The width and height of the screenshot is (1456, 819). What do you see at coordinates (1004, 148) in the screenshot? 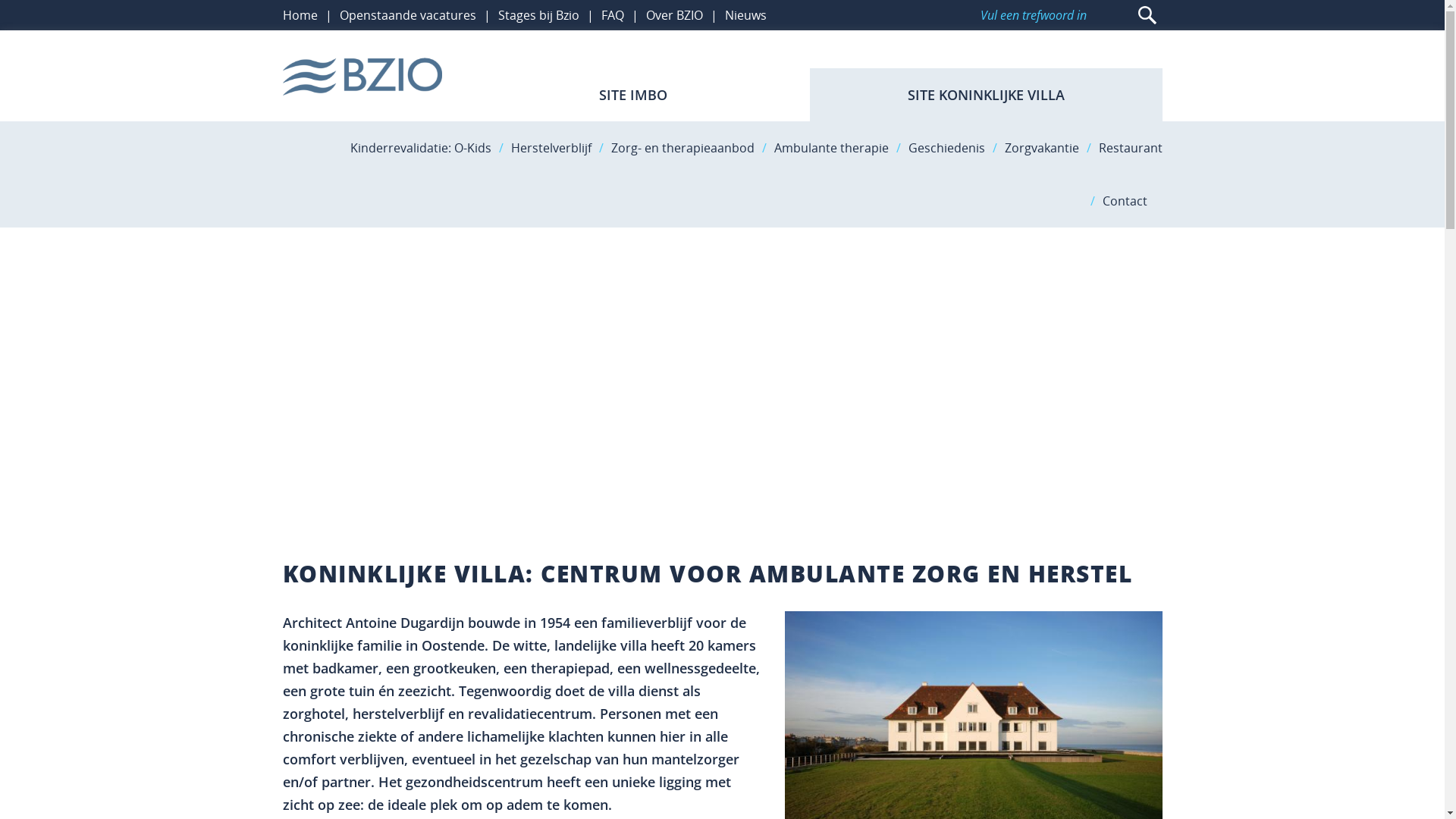
I see `'Zorgvakantie'` at bounding box center [1004, 148].